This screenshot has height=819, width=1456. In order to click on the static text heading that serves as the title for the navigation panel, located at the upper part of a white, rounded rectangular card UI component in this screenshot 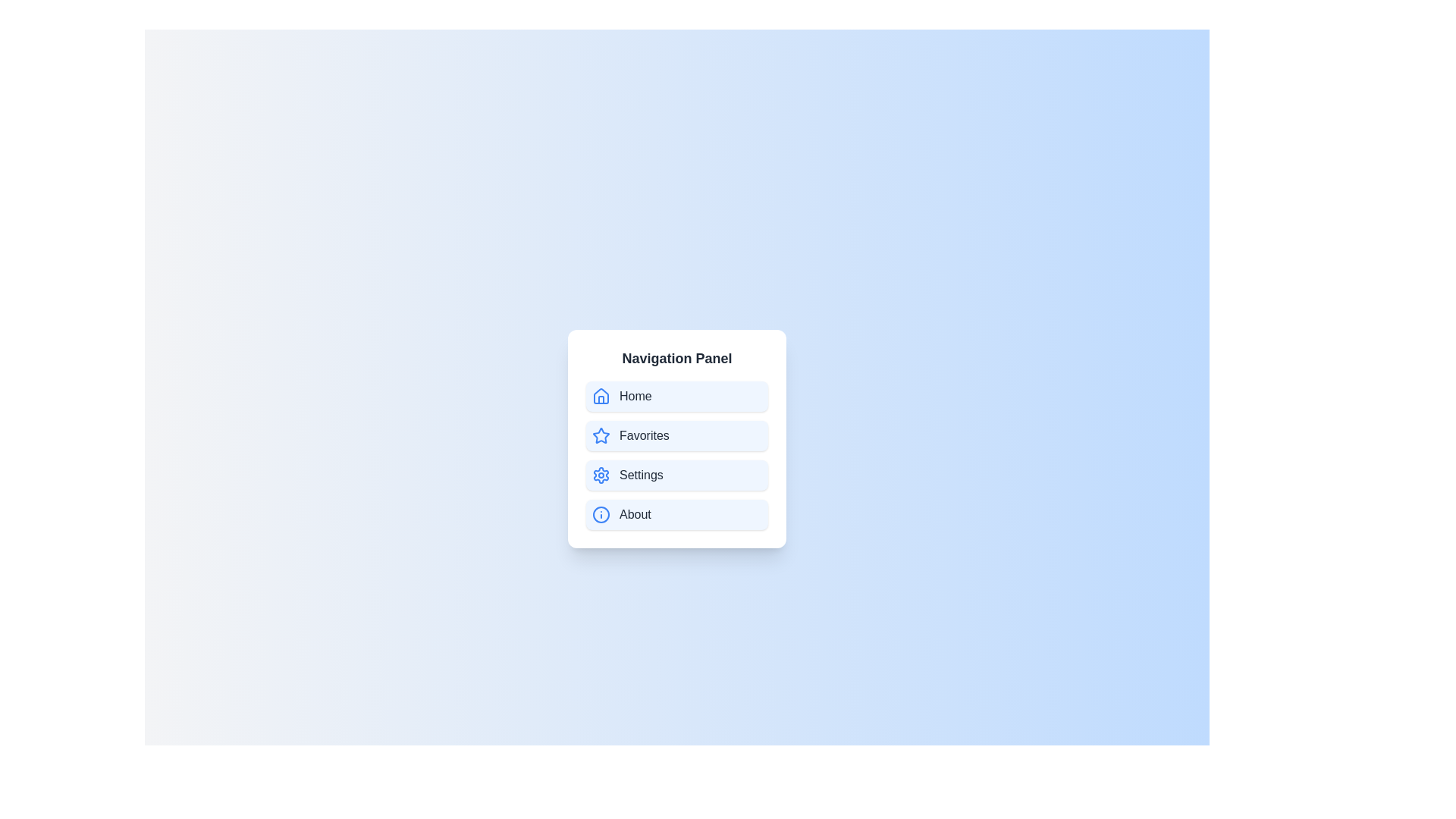, I will do `click(676, 359)`.